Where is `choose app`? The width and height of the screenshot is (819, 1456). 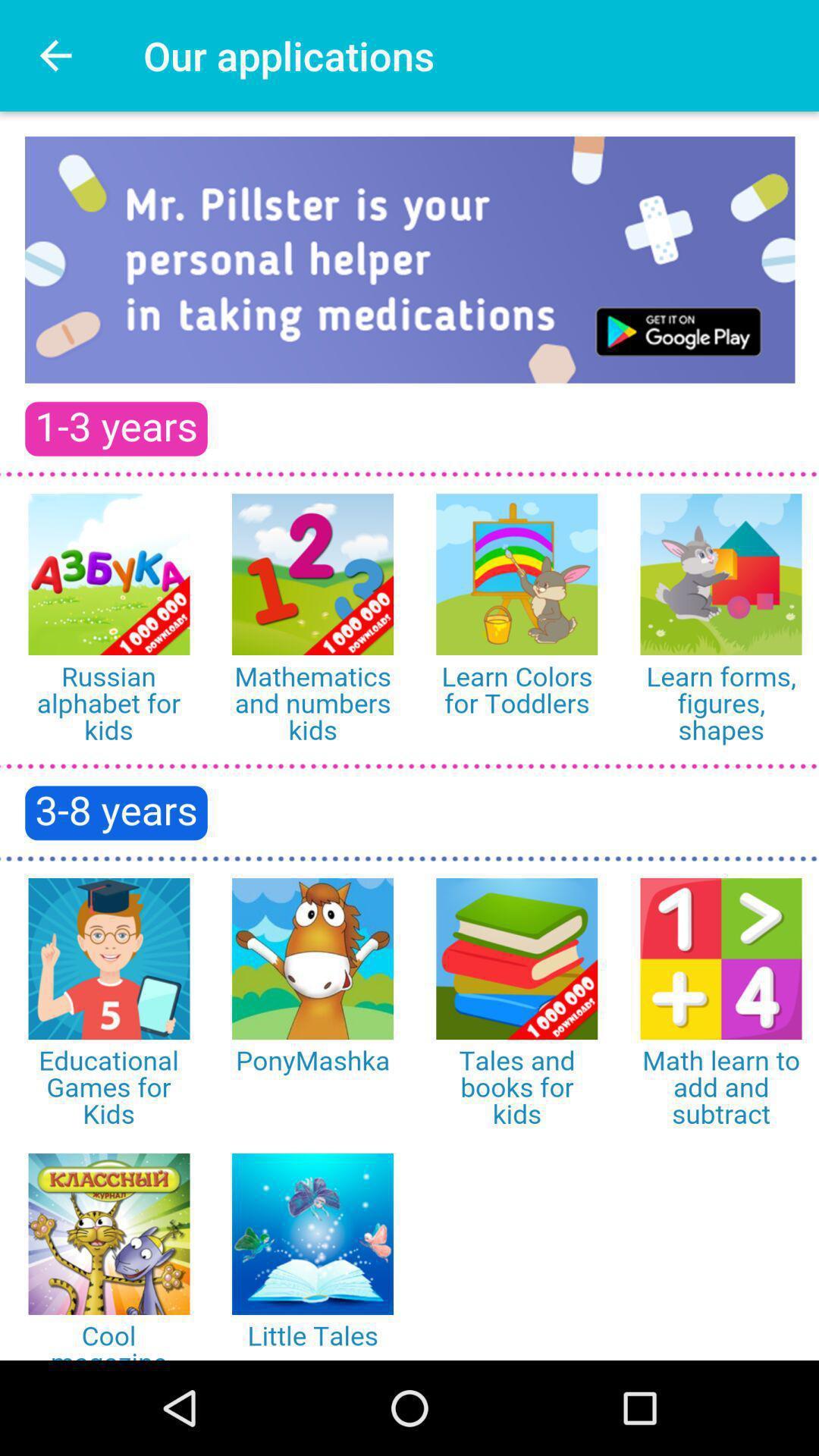 choose app is located at coordinates (409, 736).